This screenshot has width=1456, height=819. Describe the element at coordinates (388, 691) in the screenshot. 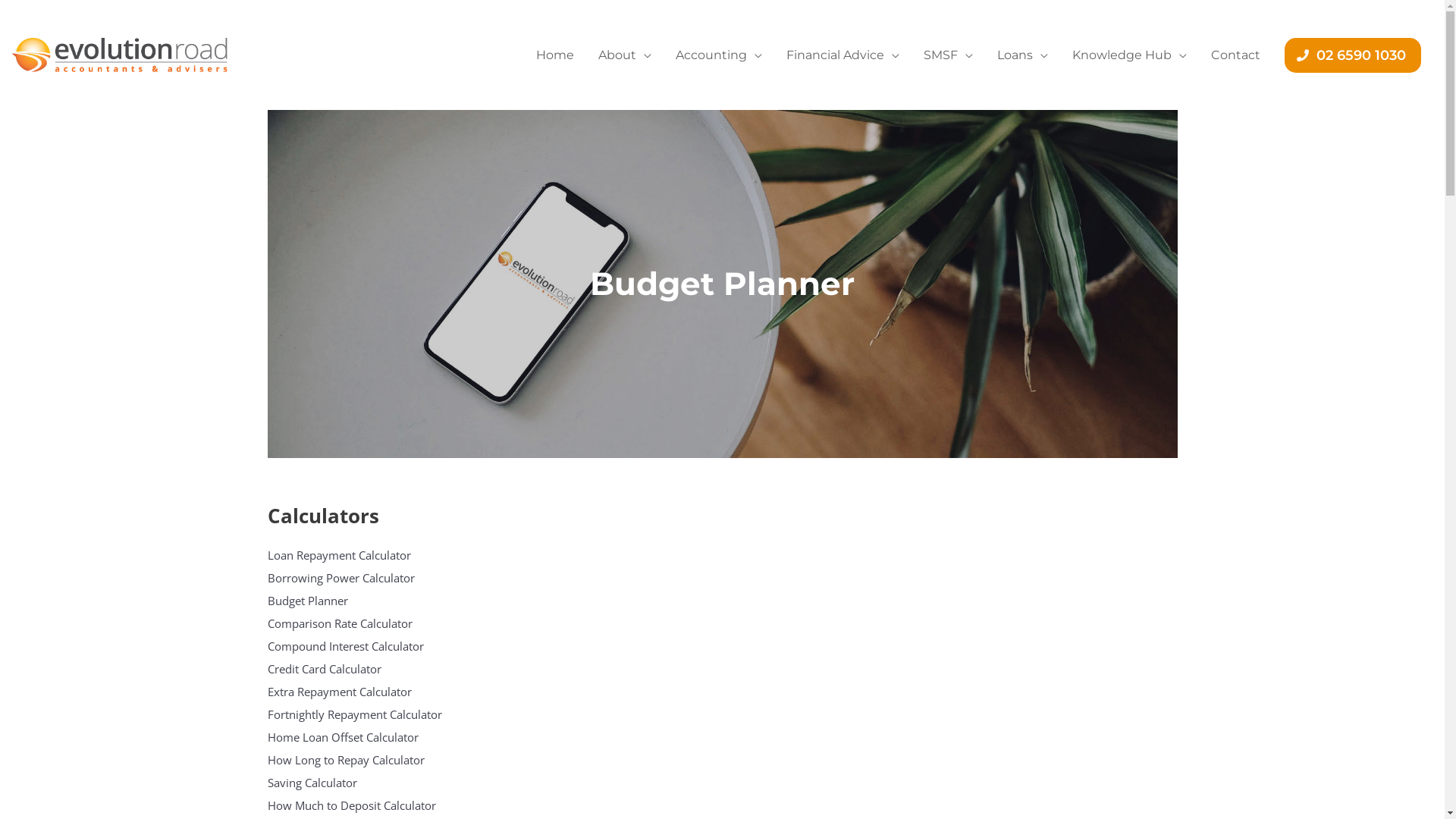

I see `'Extra Repayment Calculator'` at that location.